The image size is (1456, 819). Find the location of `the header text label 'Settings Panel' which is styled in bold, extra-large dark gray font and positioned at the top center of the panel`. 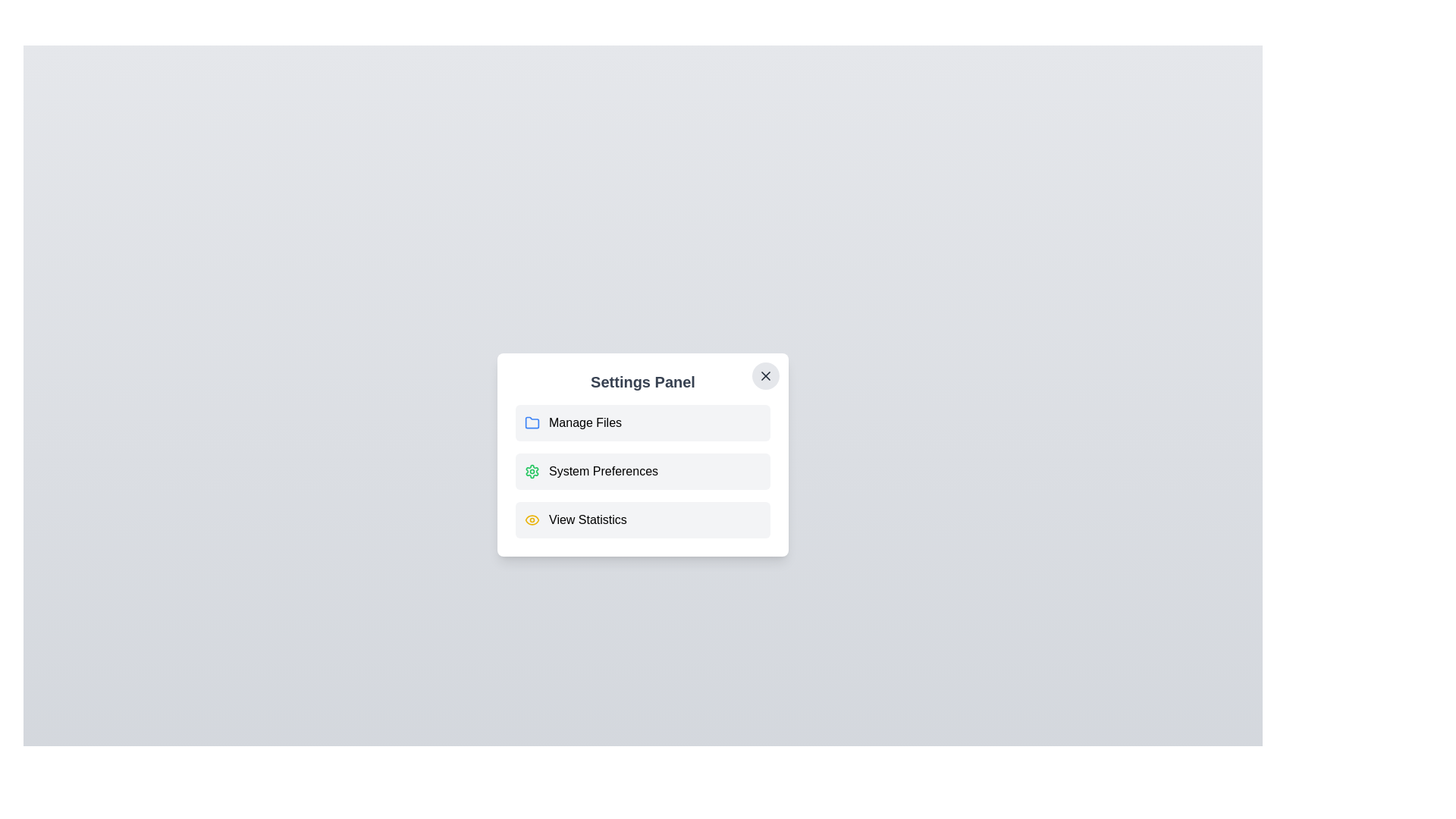

the header text label 'Settings Panel' which is styled in bold, extra-large dark gray font and positioned at the top center of the panel is located at coordinates (643, 381).